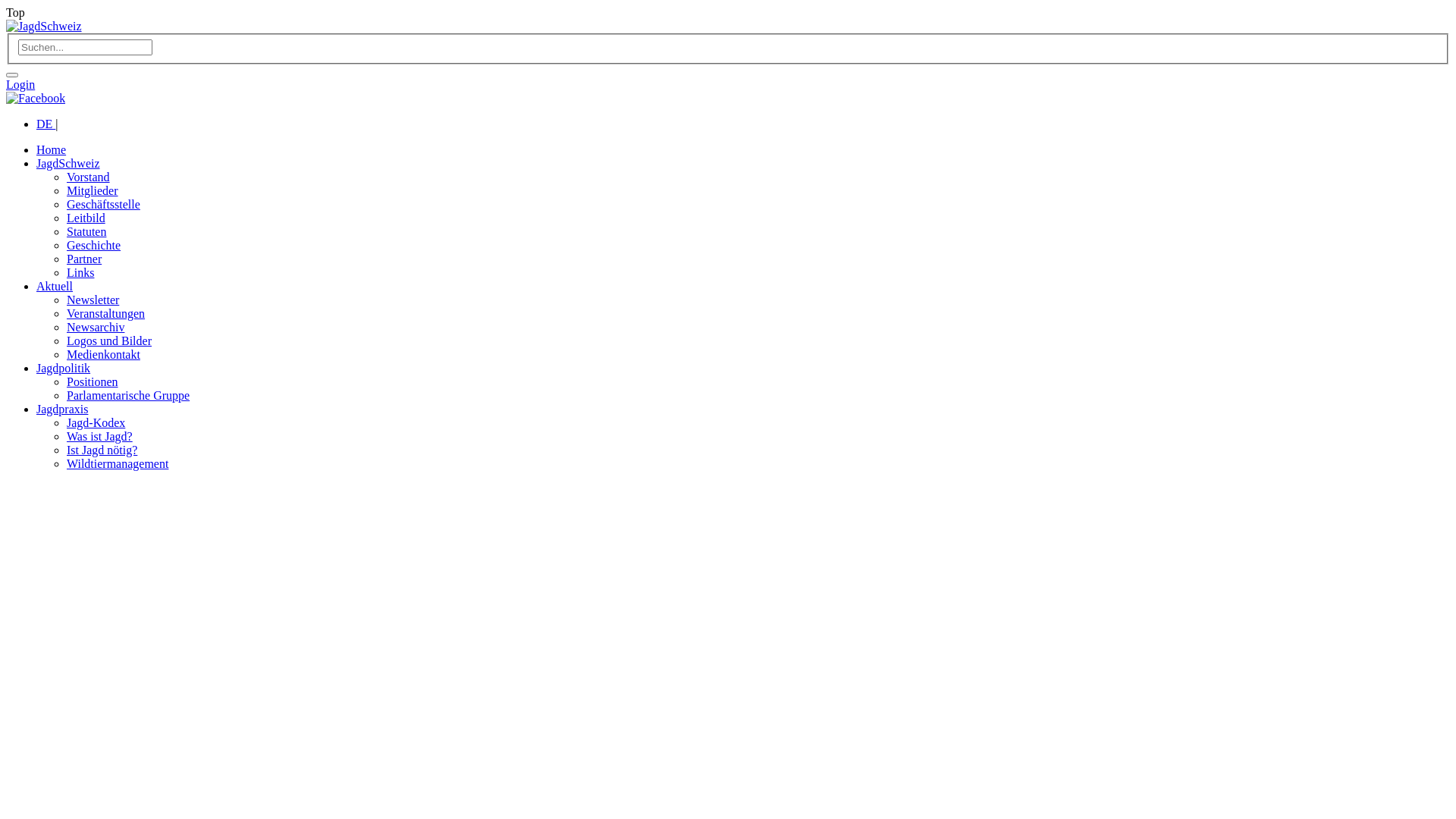 This screenshot has height=819, width=1456. What do you see at coordinates (6, 26) in the screenshot?
I see `'JagdSchweiz'` at bounding box center [6, 26].